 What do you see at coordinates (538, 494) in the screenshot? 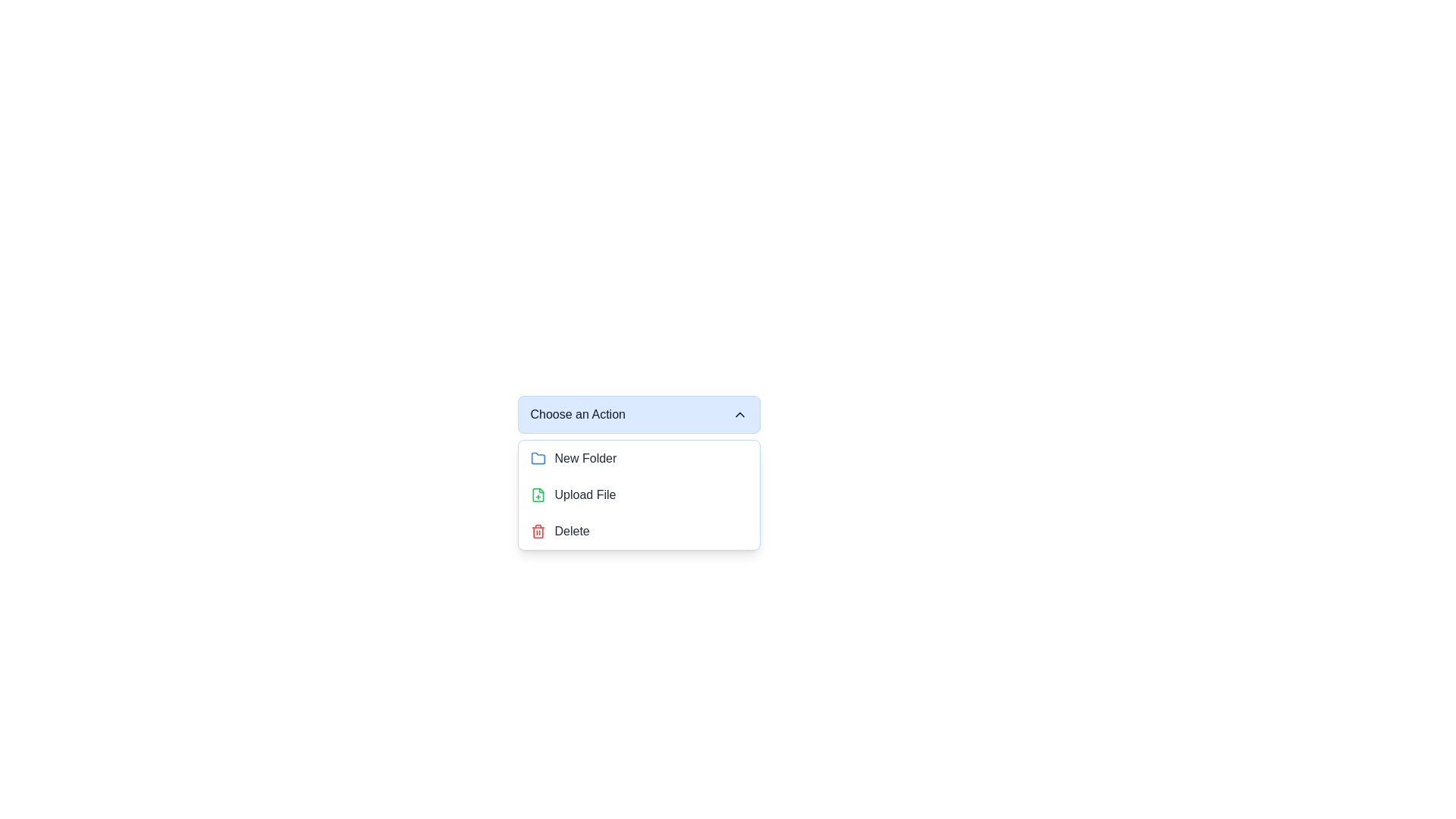
I see `the 'Upload File' icon located in the dropdown menu, positioned to the left of the 'Upload File' text label` at bounding box center [538, 494].